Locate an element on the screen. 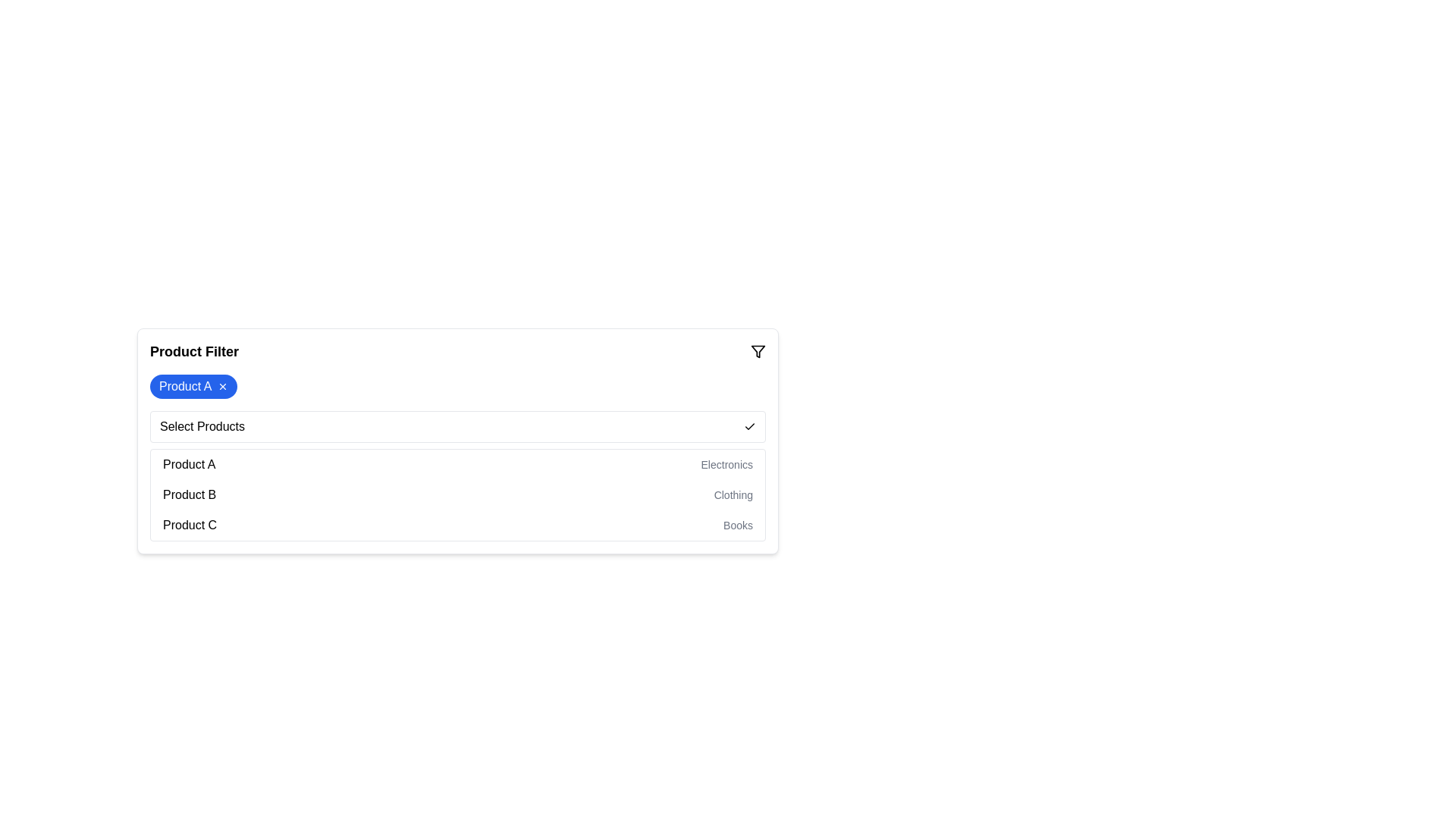 The width and height of the screenshot is (1456, 819). the small, outlined funnel icon located in the top-right corner of the 'Product Filter' bar is located at coordinates (758, 351).